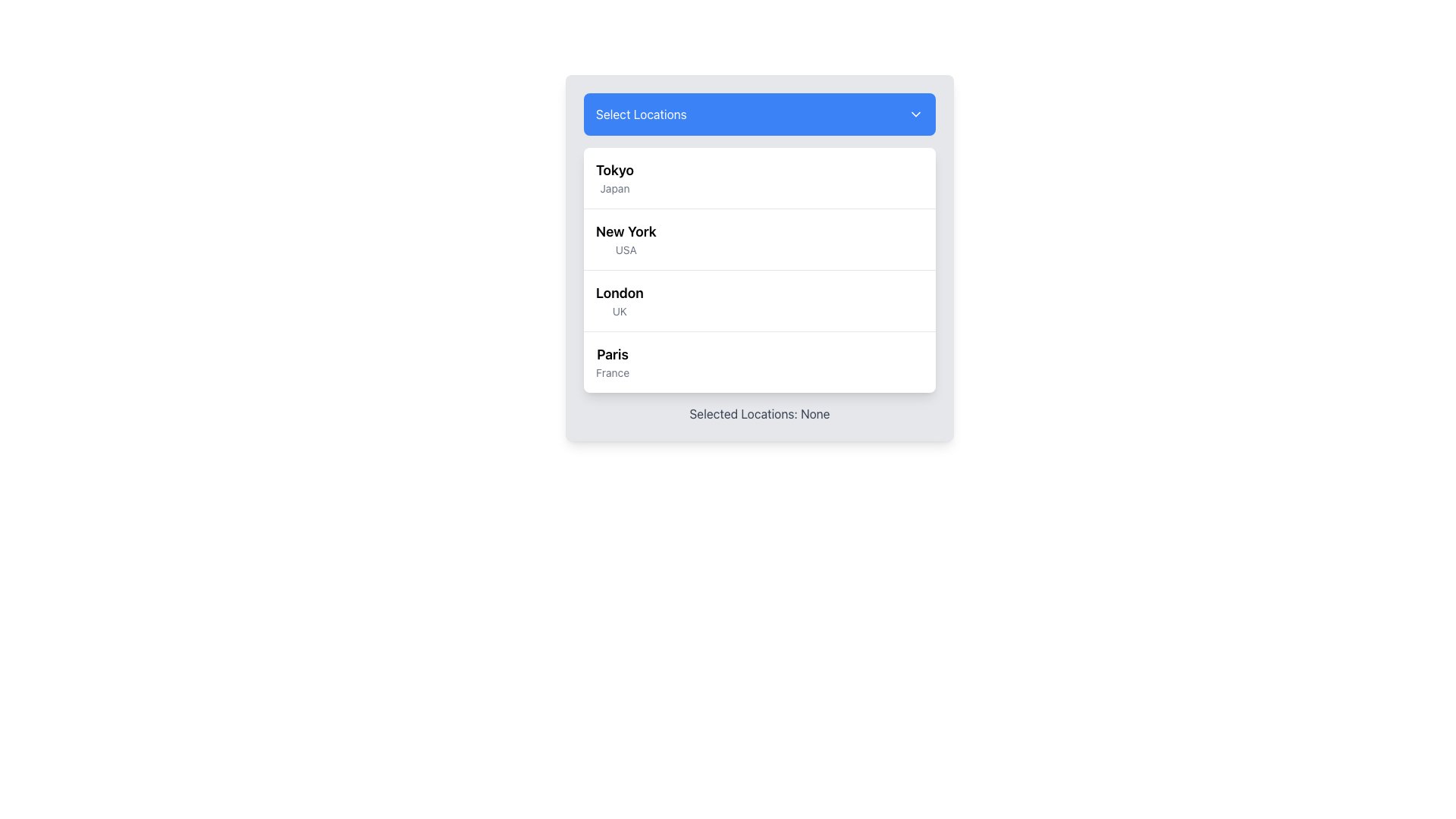  I want to click on the dropdown menu option indicating 'Paris, France', which is the last item in the list under 'Select Locations', so click(612, 362).